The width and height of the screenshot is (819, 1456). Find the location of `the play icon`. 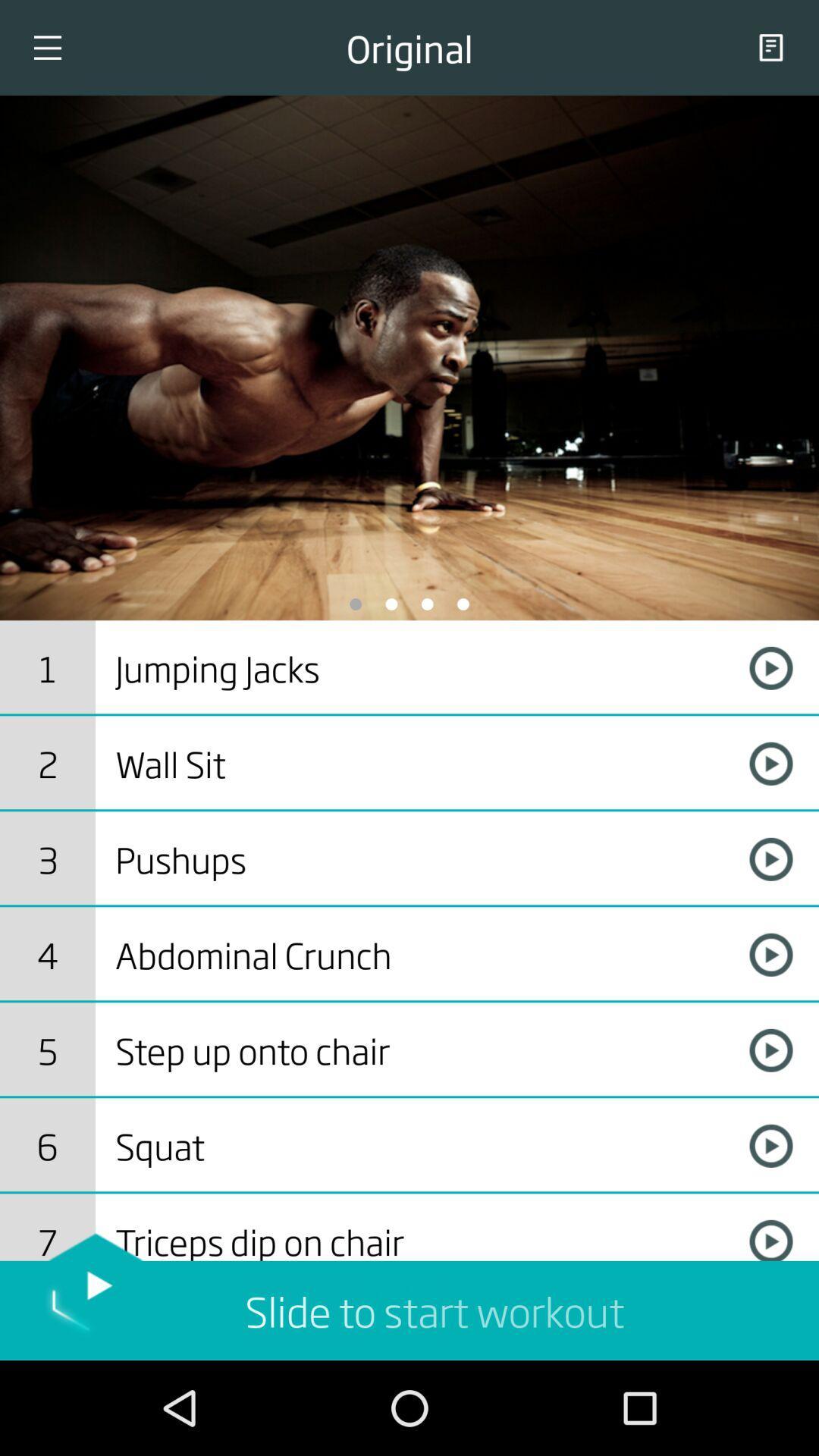

the play icon is located at coordinates (771, 1050).